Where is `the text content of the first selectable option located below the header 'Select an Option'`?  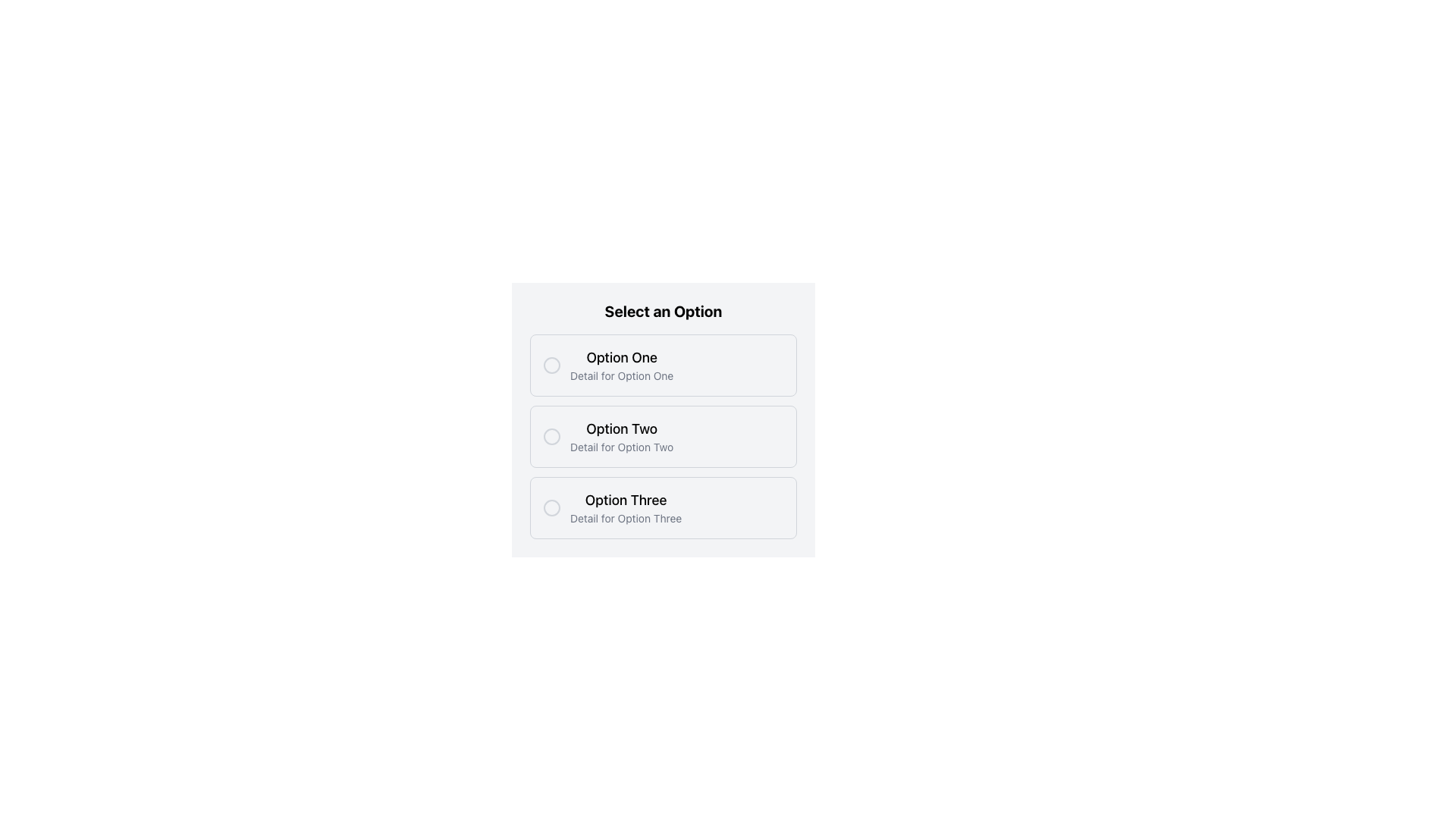 the text content of the first selectable option located below the header 'Select an Option' is located at coordinates (622, 366).